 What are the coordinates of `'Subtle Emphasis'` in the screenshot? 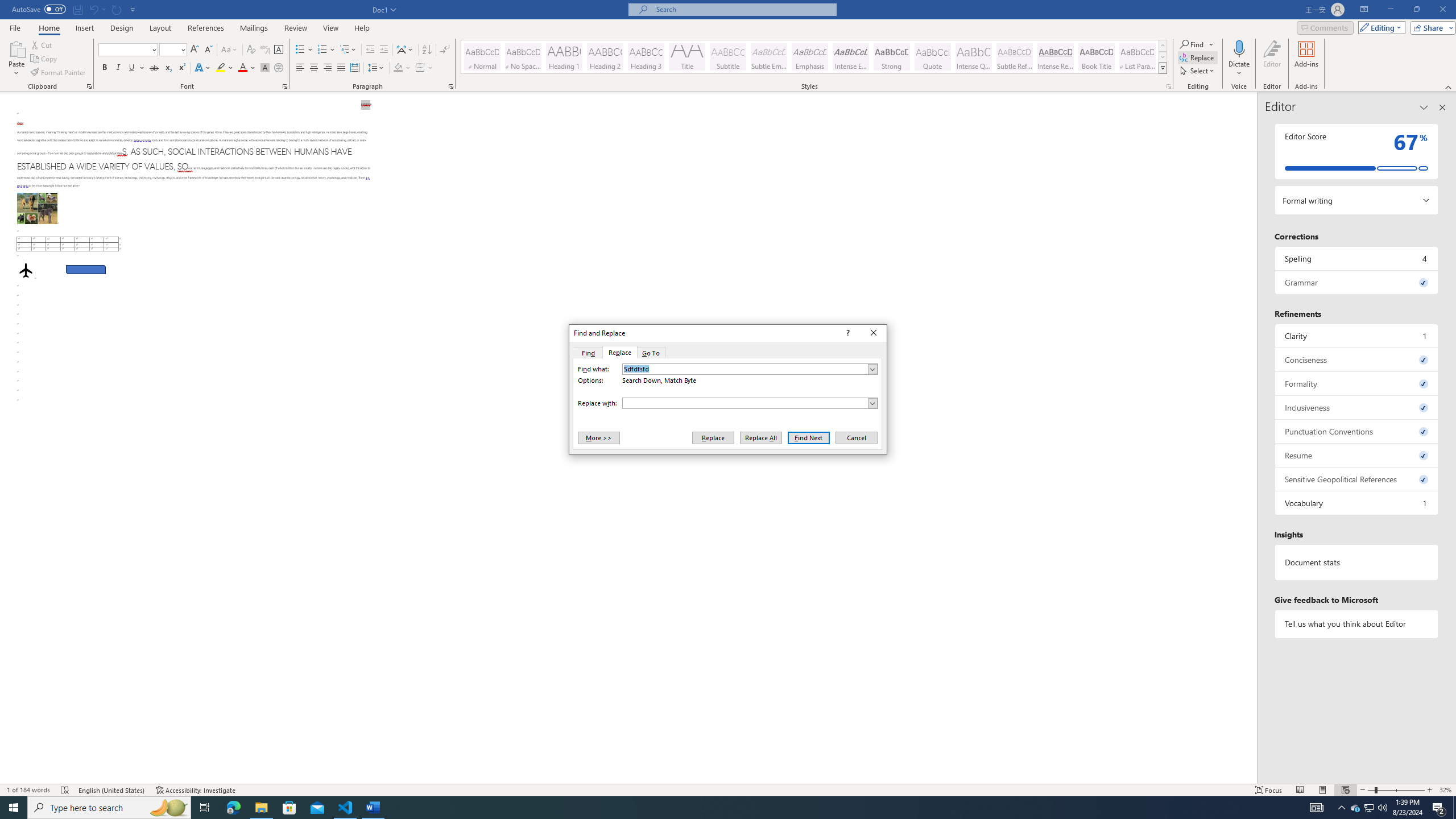 It's located at (768, 56).